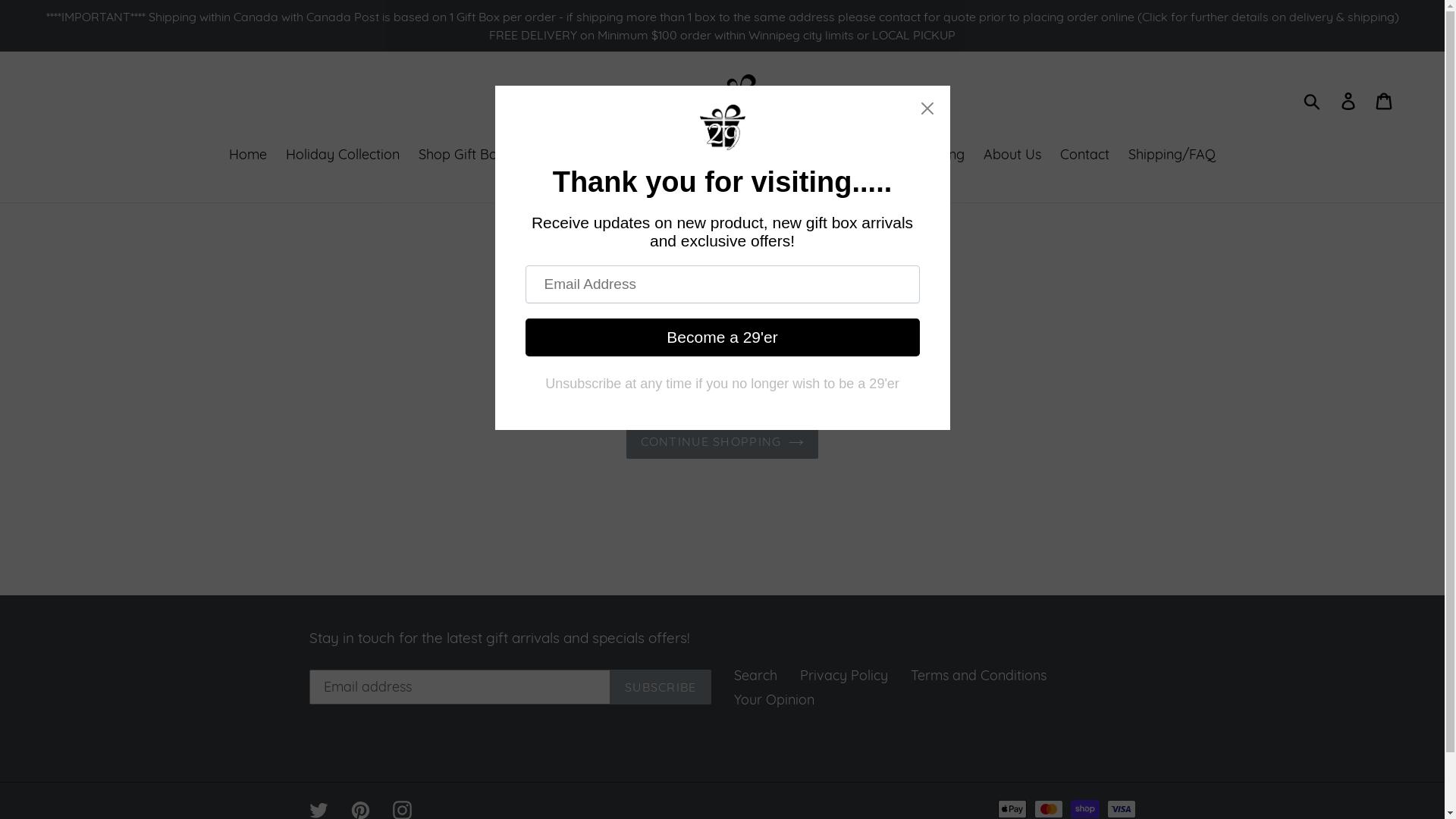 The image size is (1456, 819). I want to click on 'Corporate Gifting', so click(846, 155).